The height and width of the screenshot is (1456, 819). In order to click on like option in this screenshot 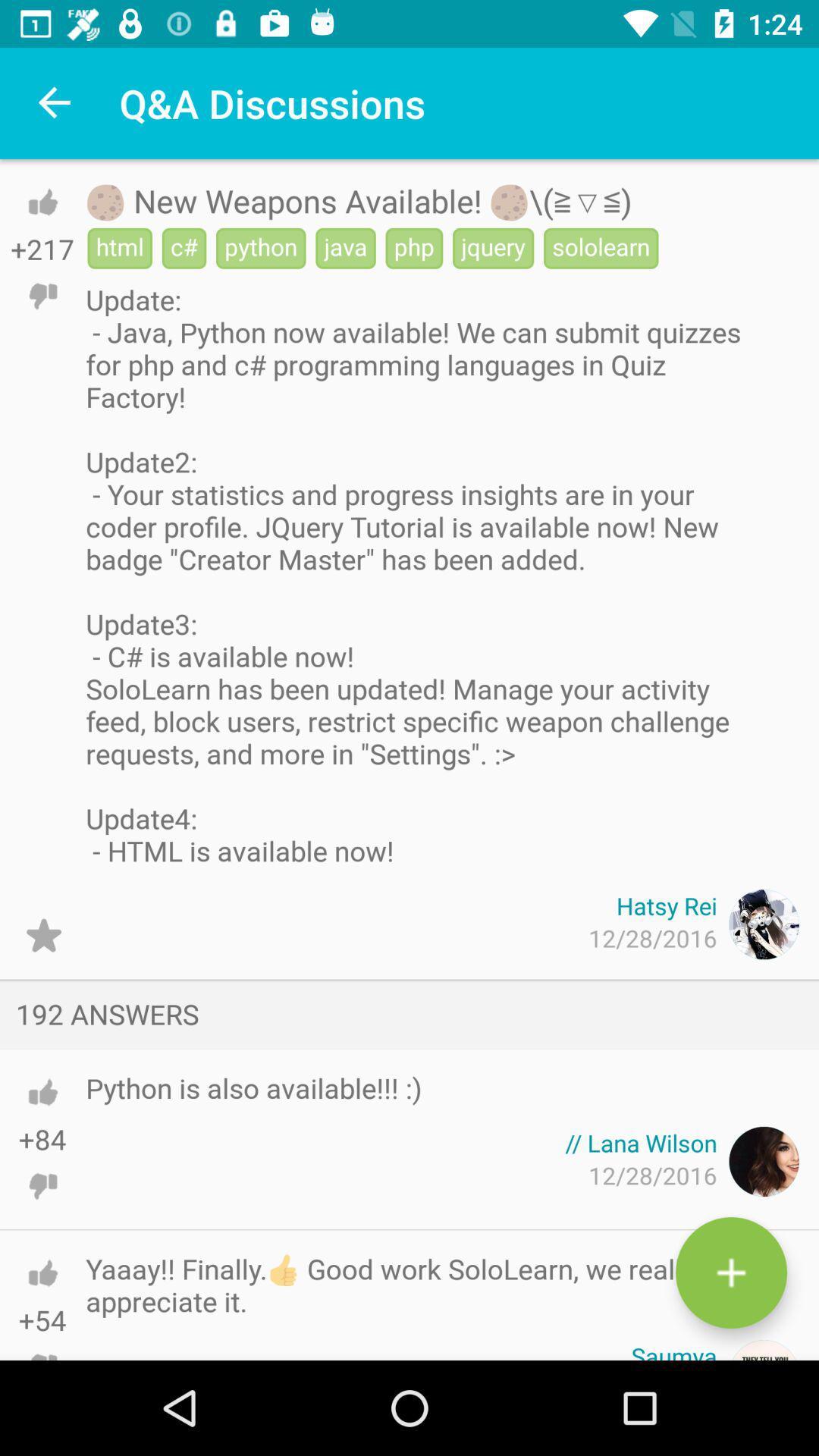, I will do `click(42, 1092)`.